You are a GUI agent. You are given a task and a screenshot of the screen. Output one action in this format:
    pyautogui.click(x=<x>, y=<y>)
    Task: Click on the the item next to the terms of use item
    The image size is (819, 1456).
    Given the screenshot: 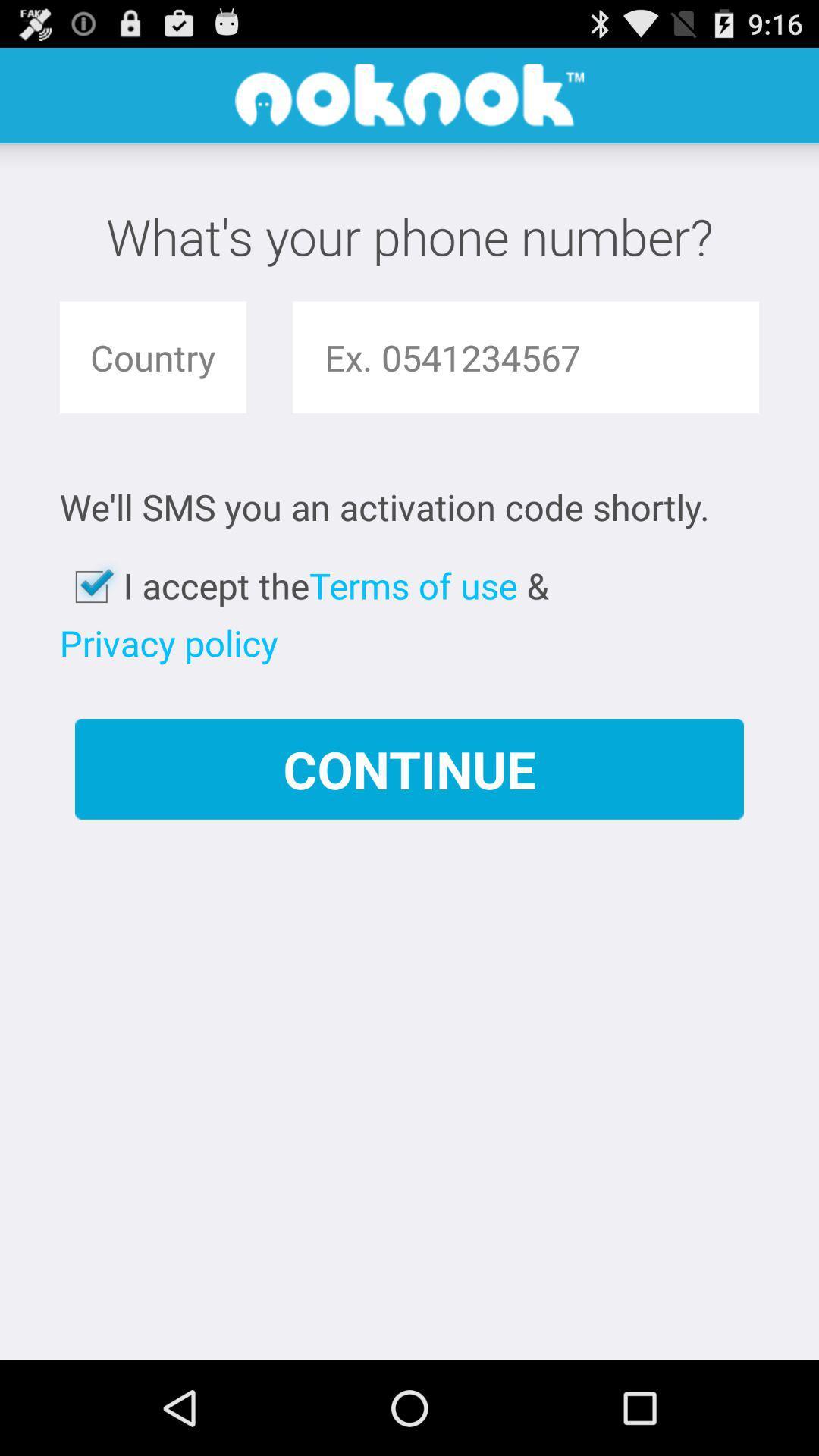 What is the action you would take?
    pyautogui.click(x=168, y=642)
    